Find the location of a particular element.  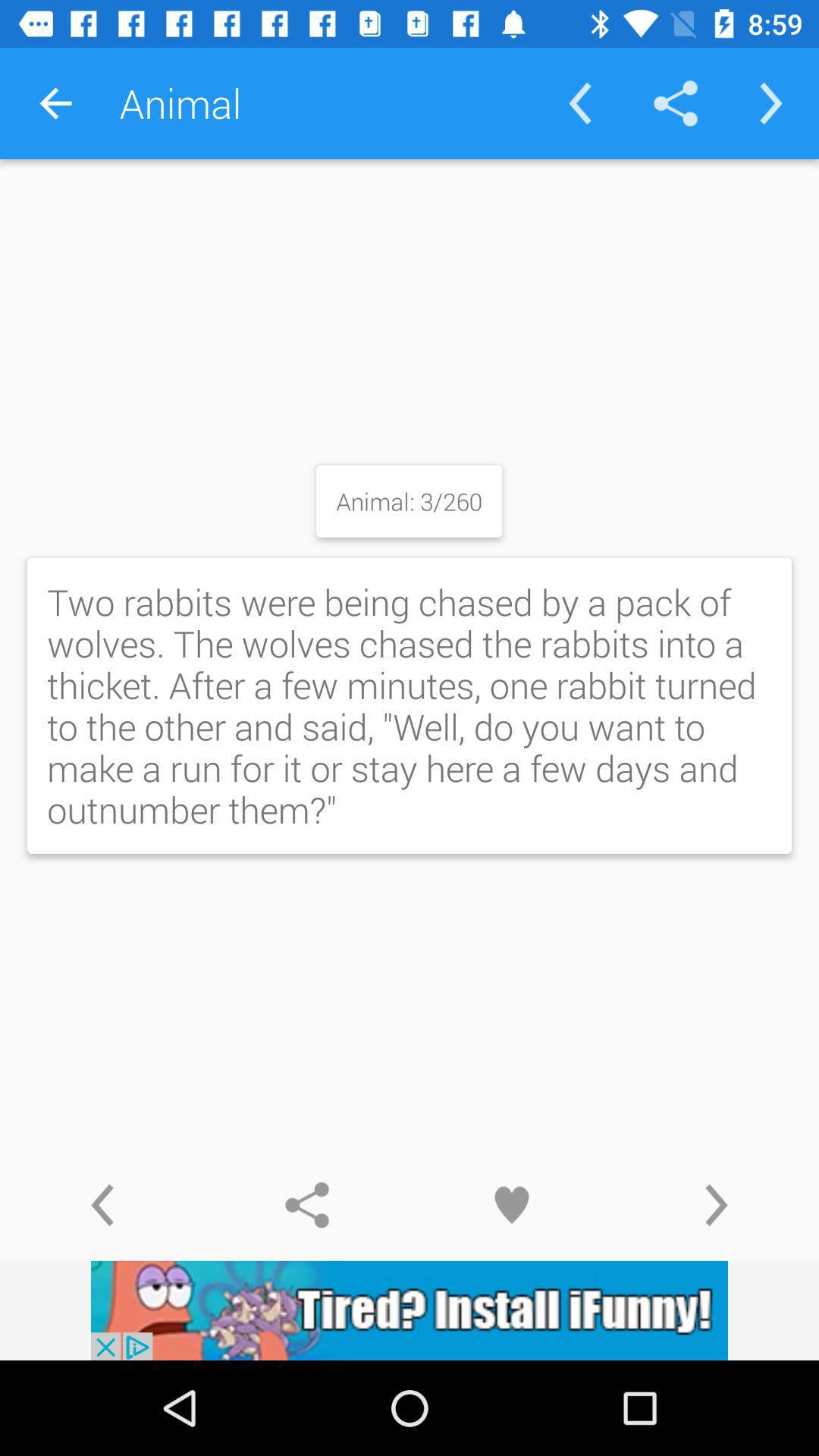

post to social media is located at coordinates (307, 1204).